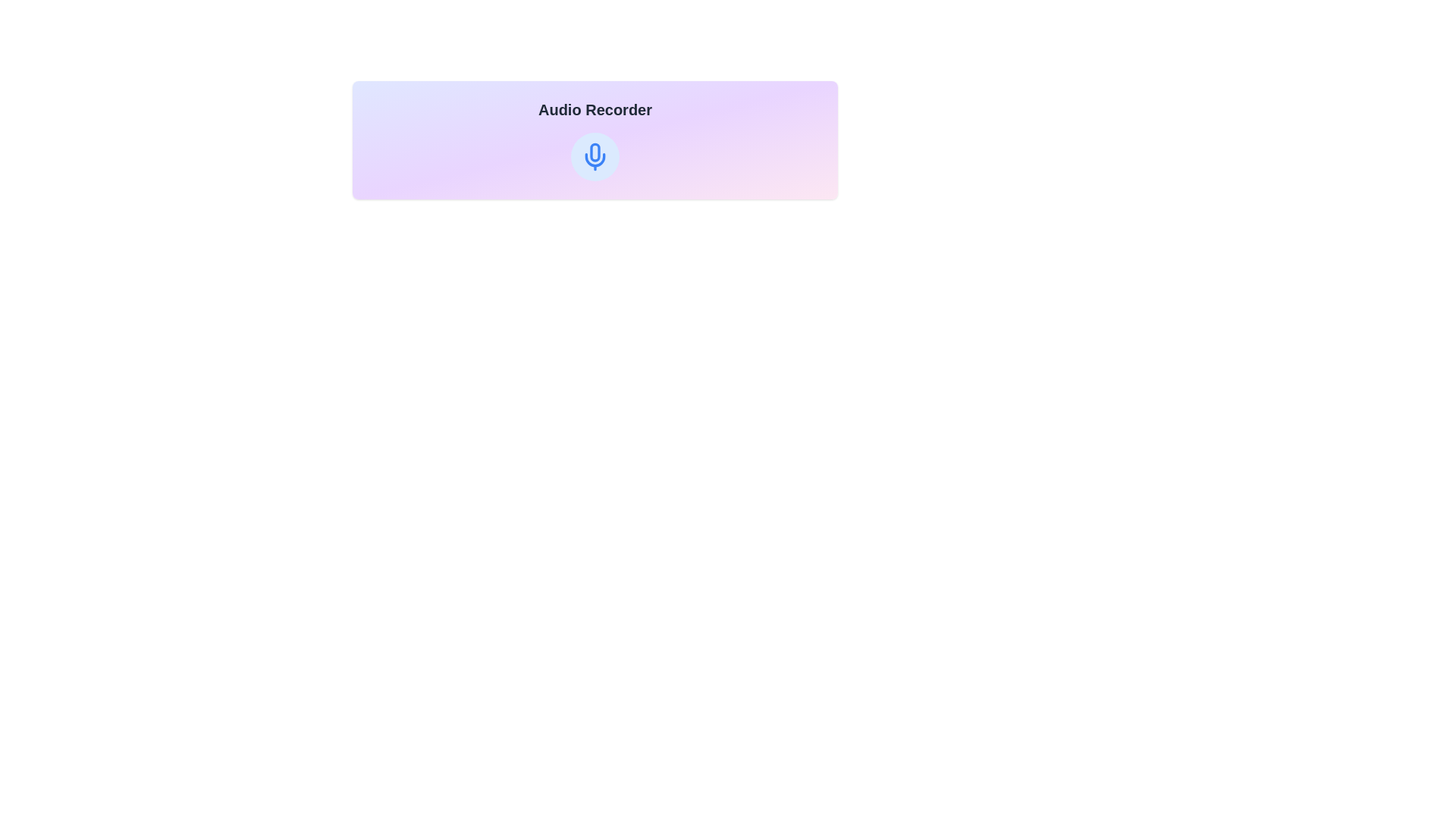  Describe the element at coordinates (595, 152) in the screenshot. I see `the microphone icon, which is an SVG image representing voice recording functionality, located centrally below the 'Audio Recorder' heading` at that location.